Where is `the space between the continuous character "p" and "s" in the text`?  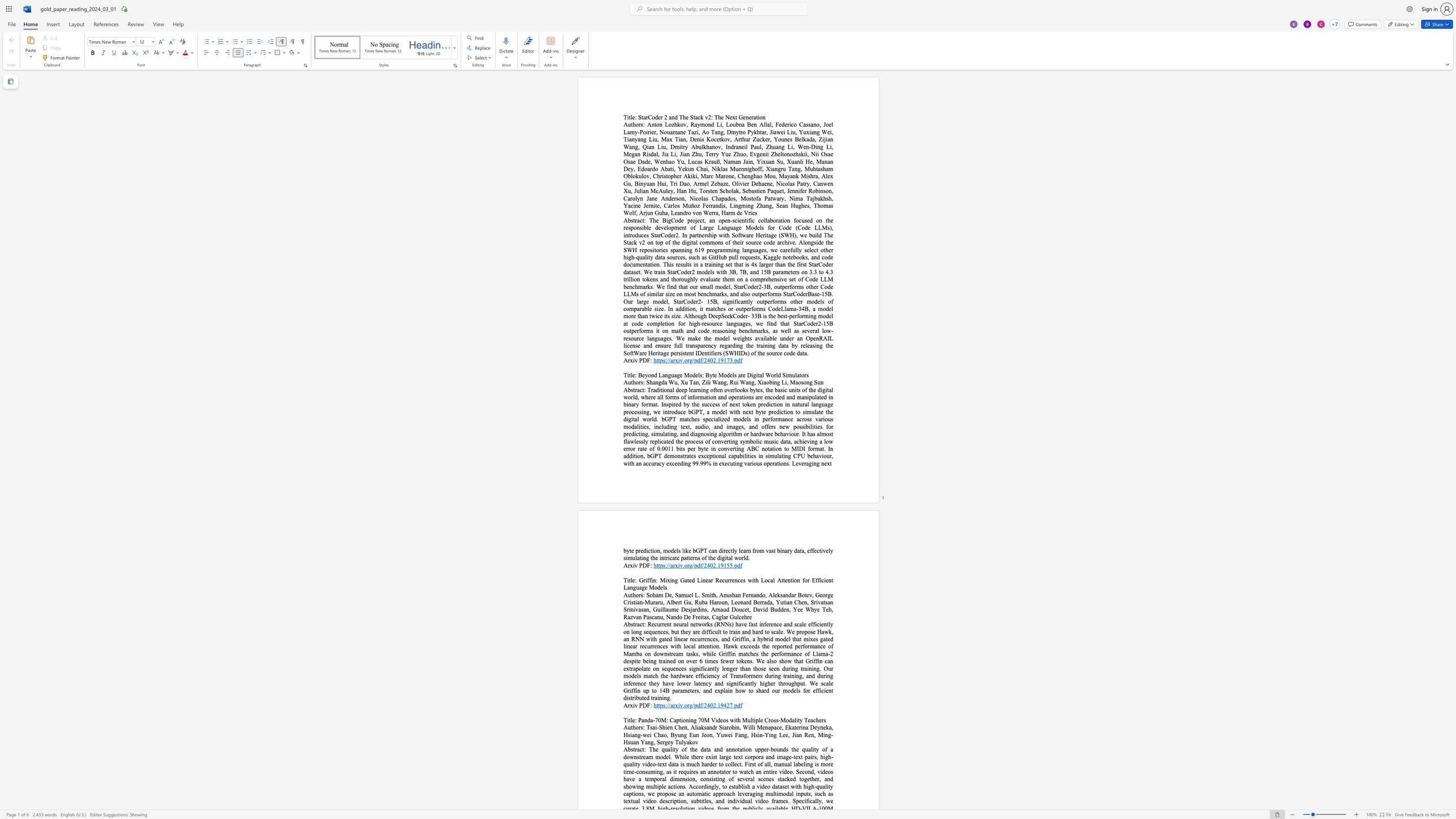 the space between the continuous character "p" and "s" in the text is located at coordinates (662, 705).